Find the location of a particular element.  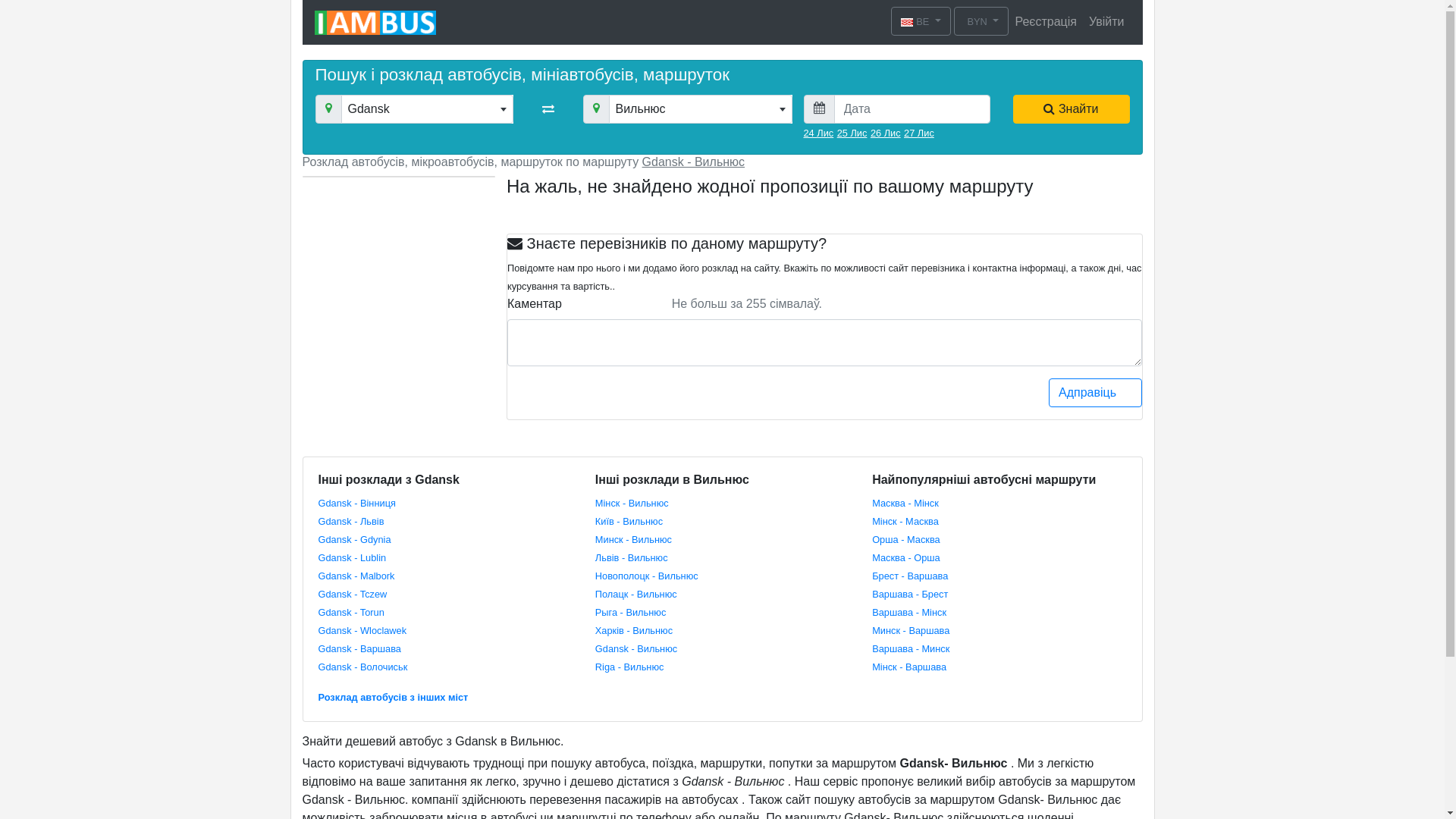

'Gdansk - Wloclawek' is located at coordinates (362, 629).